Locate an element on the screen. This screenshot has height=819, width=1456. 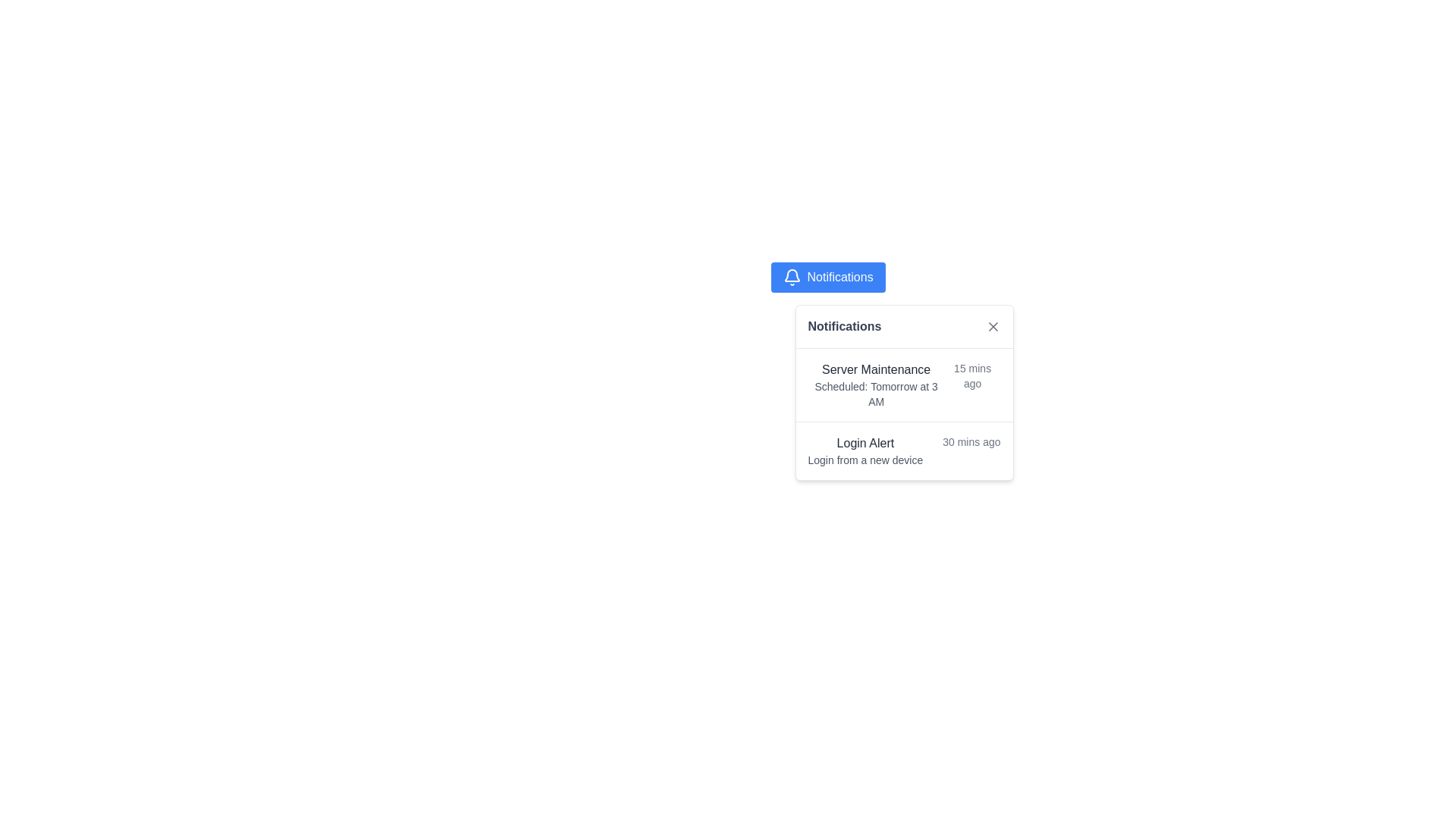
the static text element that reads 'Login from a new device', which is positioned below the 'Login Alert' heading in the notification dropdown is located at coordinates (865, 459).